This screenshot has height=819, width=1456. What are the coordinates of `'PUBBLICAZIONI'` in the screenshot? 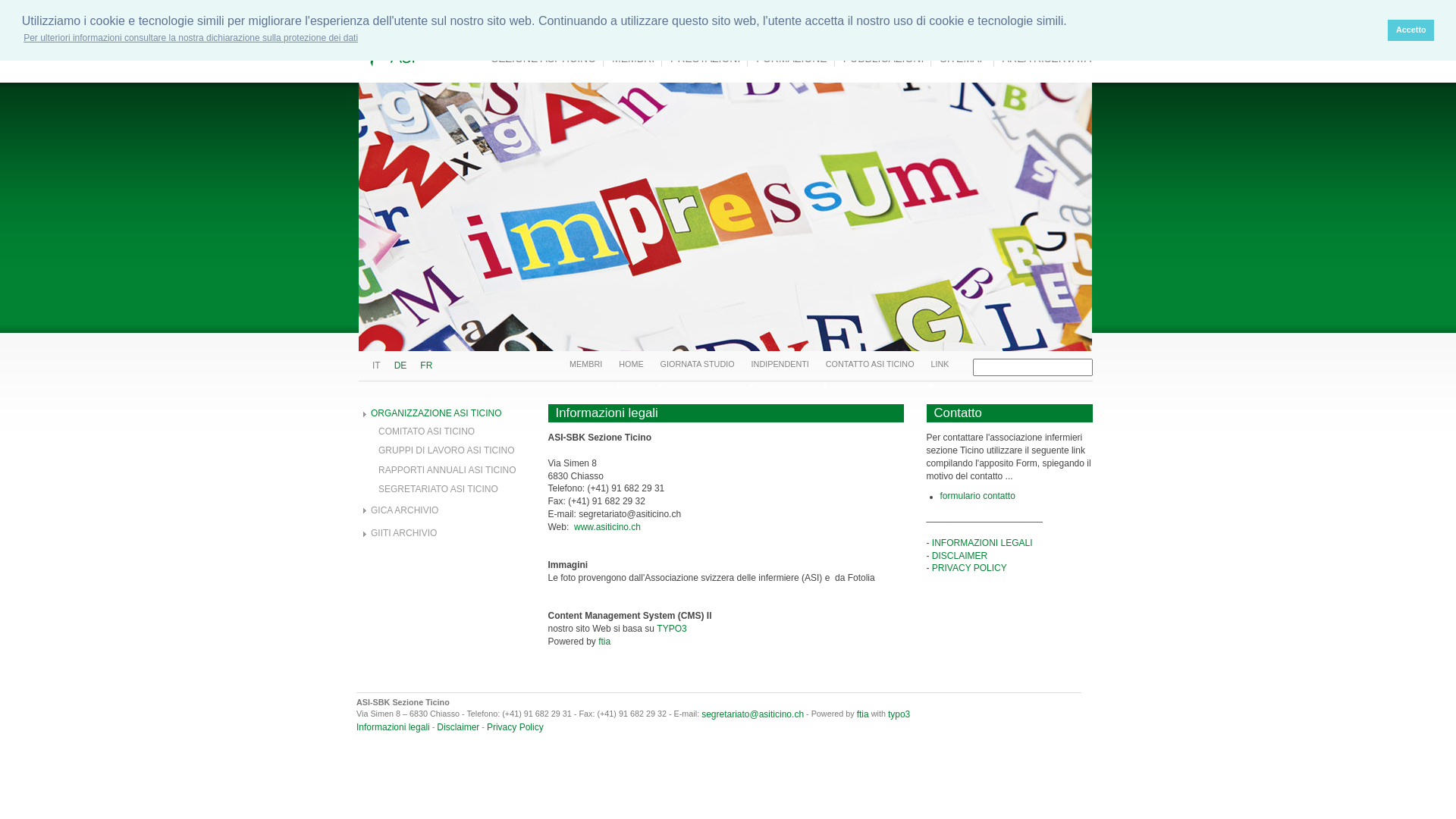 It's located at (836, 58).